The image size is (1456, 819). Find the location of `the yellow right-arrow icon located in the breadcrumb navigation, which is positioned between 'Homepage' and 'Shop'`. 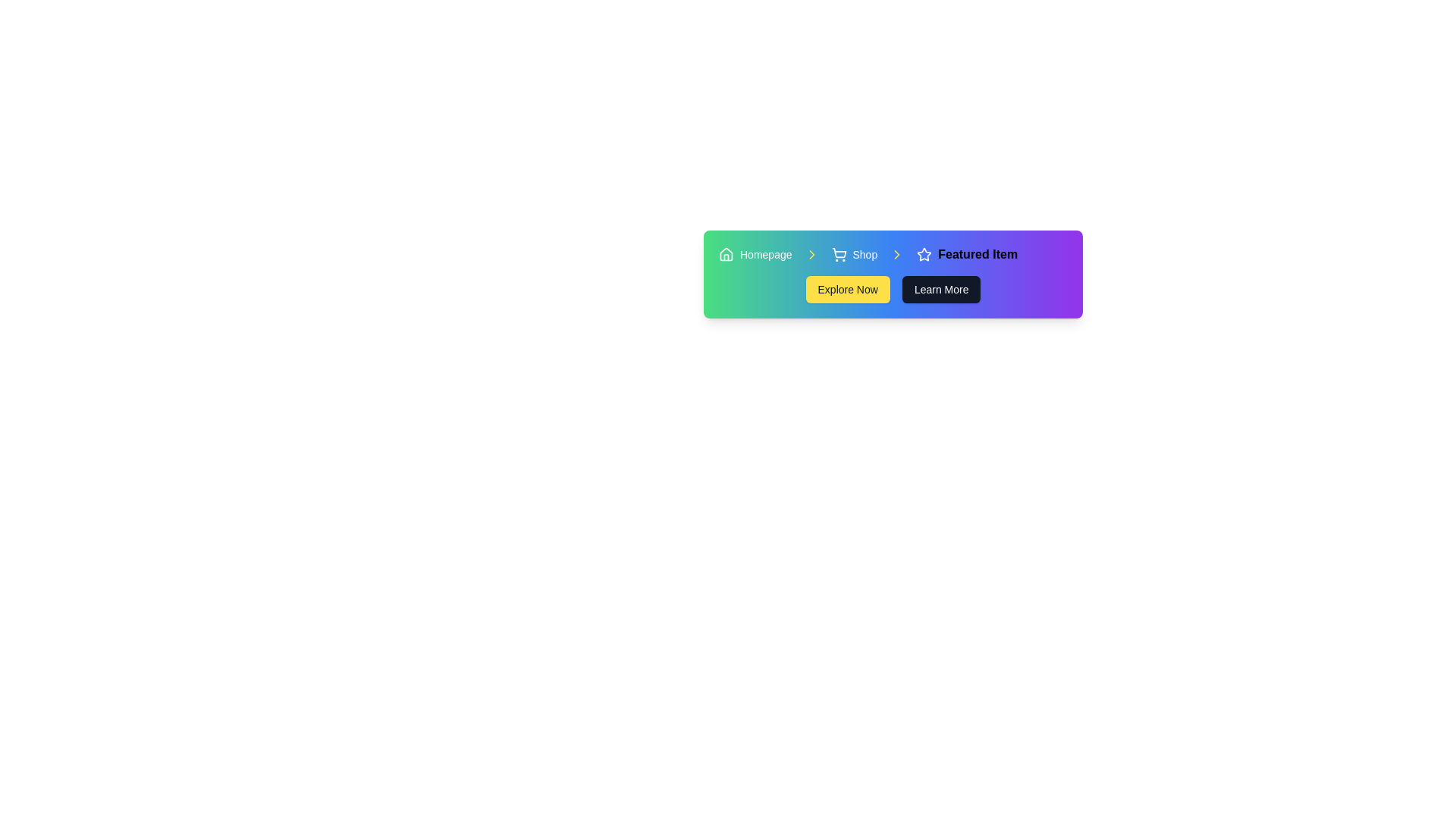

the yellow right-arrow icon located in the breadcrumb navigation, which is positioned between 'Homepage' and 'Shop' is located at coordinates (811, 253).